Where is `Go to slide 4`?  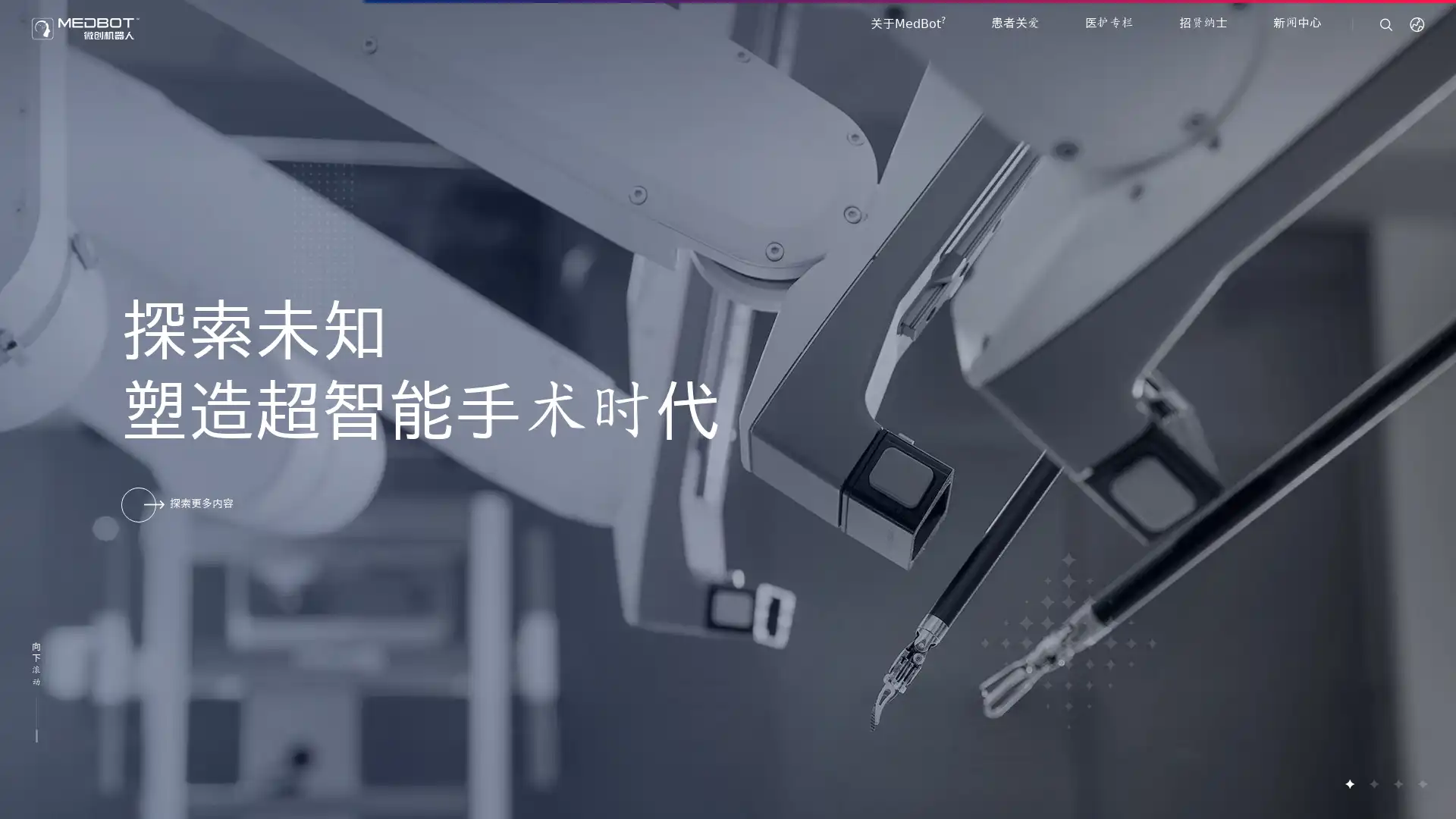
Go to slide 4 is located at coordinates (1421, 783).